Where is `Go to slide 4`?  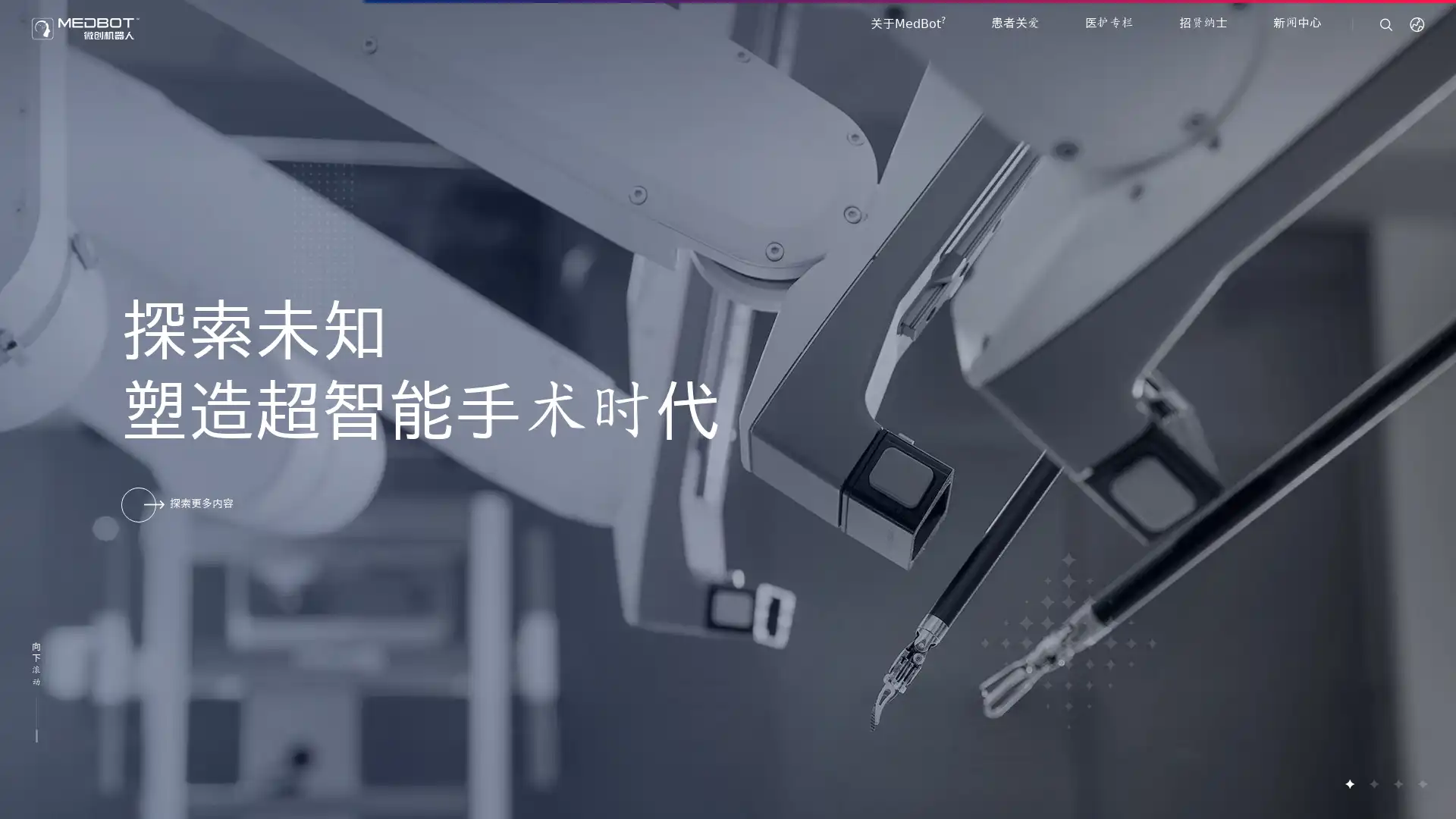
Go to slide 4 is located at coordinates (1421, 783).